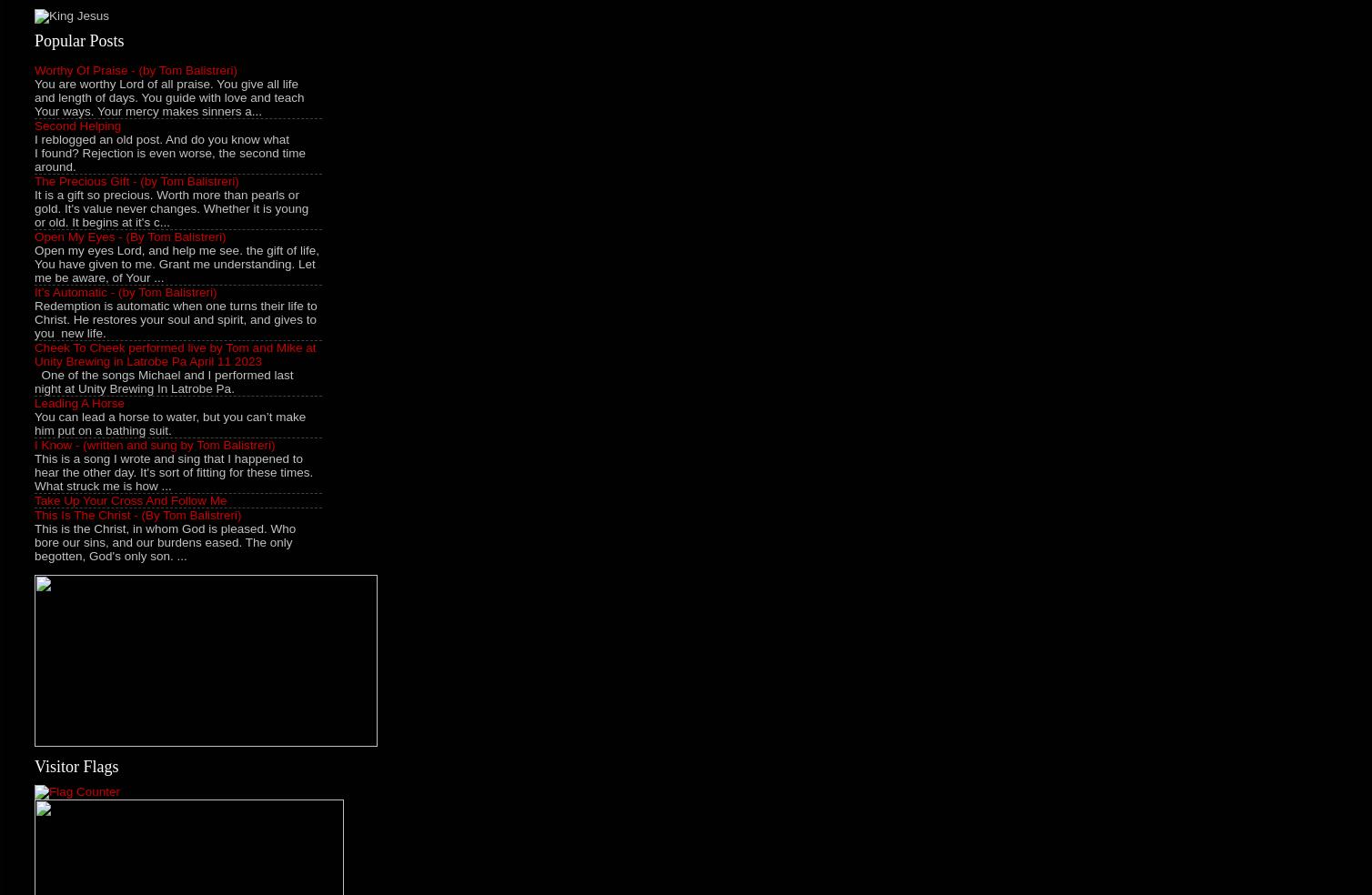 This screenshot has height=895, width=1372. What do you see at coordinates (164, 380) in the screenshot?
I see `'One of the songs Michael and I performed last night at Unity Brewing In Latrobe Pa.'` at bounding box center [164, 380].